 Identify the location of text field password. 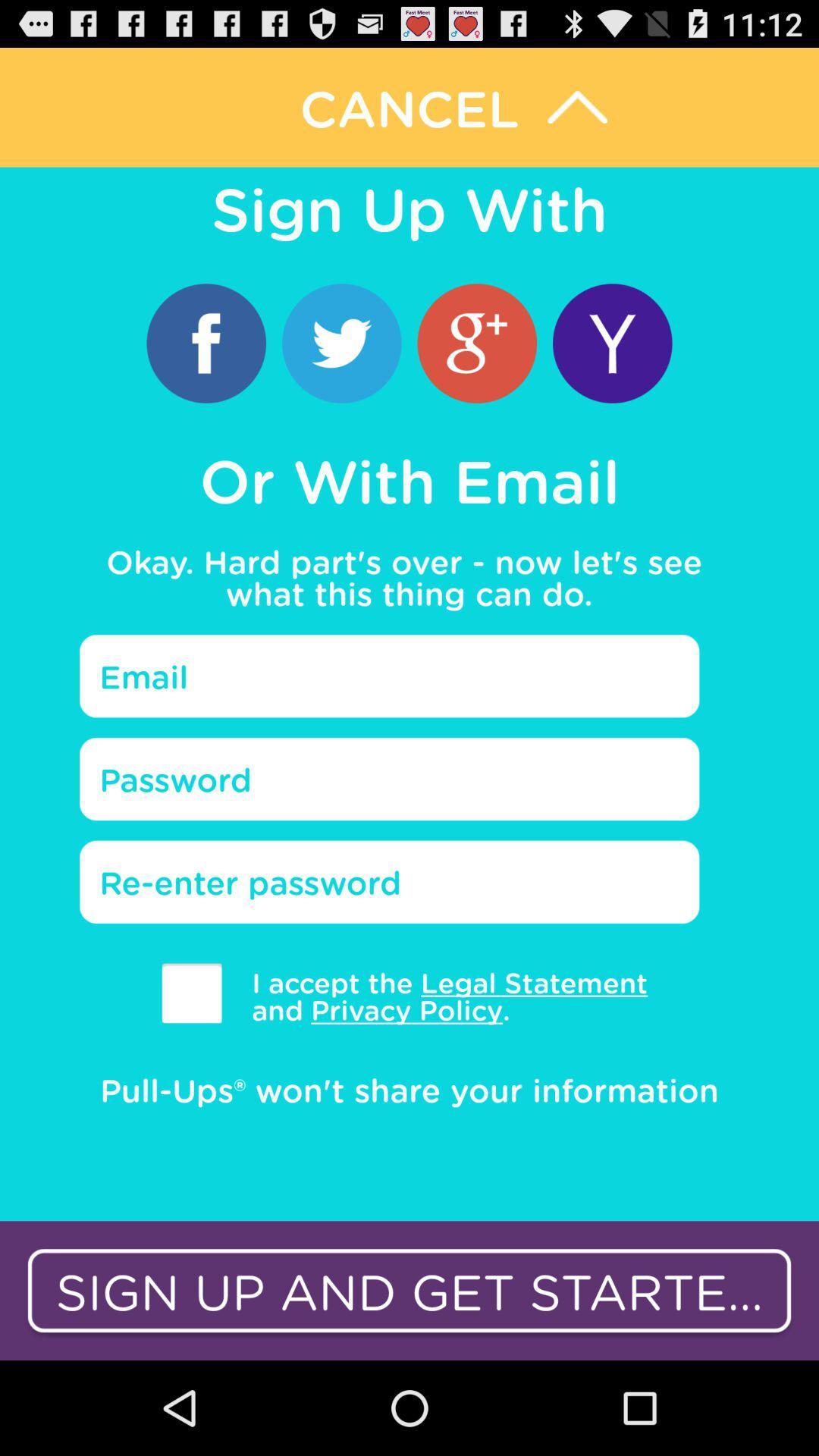
(388, 779).